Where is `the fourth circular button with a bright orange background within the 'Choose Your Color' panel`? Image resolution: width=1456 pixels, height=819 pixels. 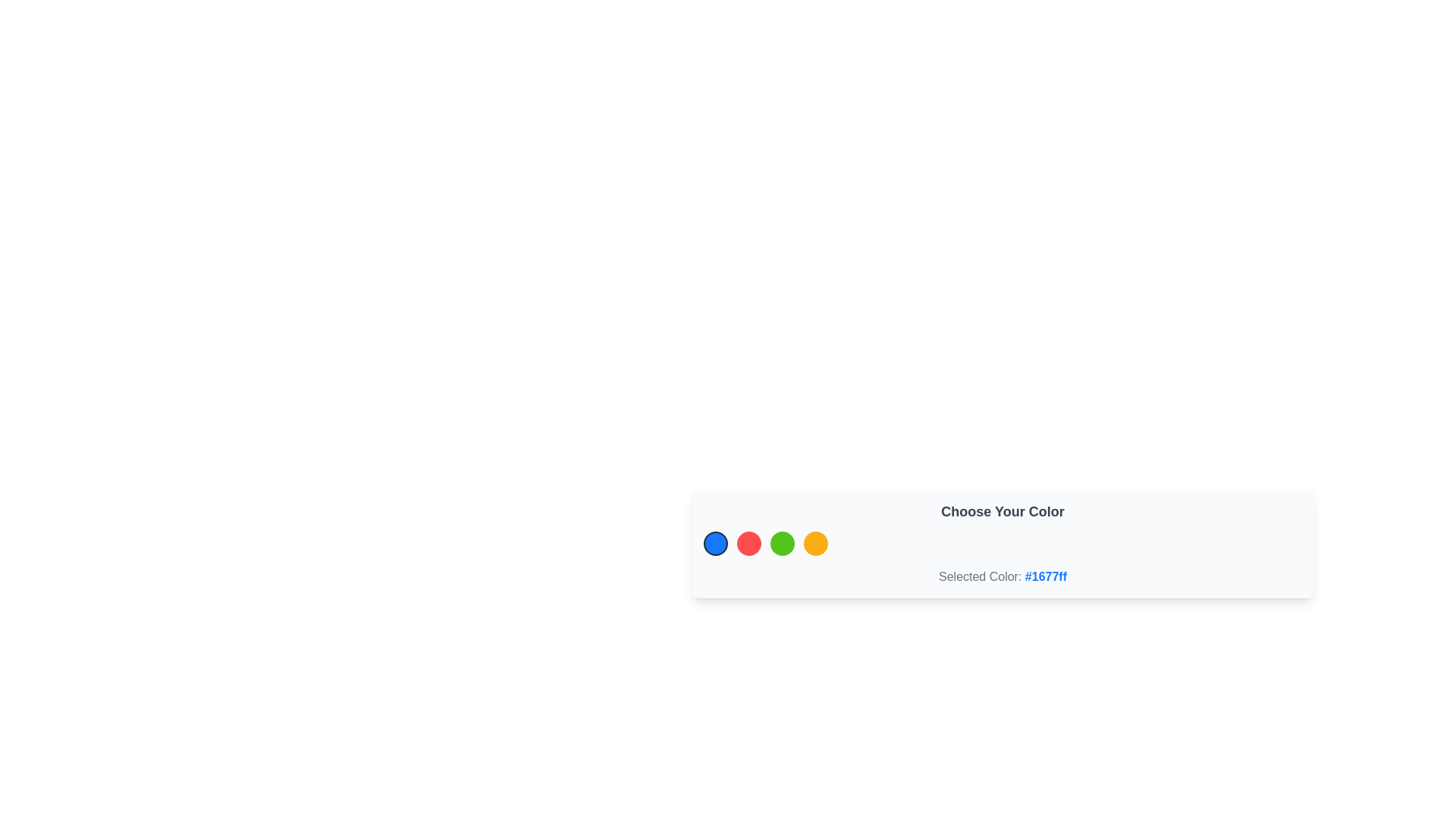
the fourth circular button with a bright orange background within the 'Choose Your Color' panel is located at coordinates (814, 543).